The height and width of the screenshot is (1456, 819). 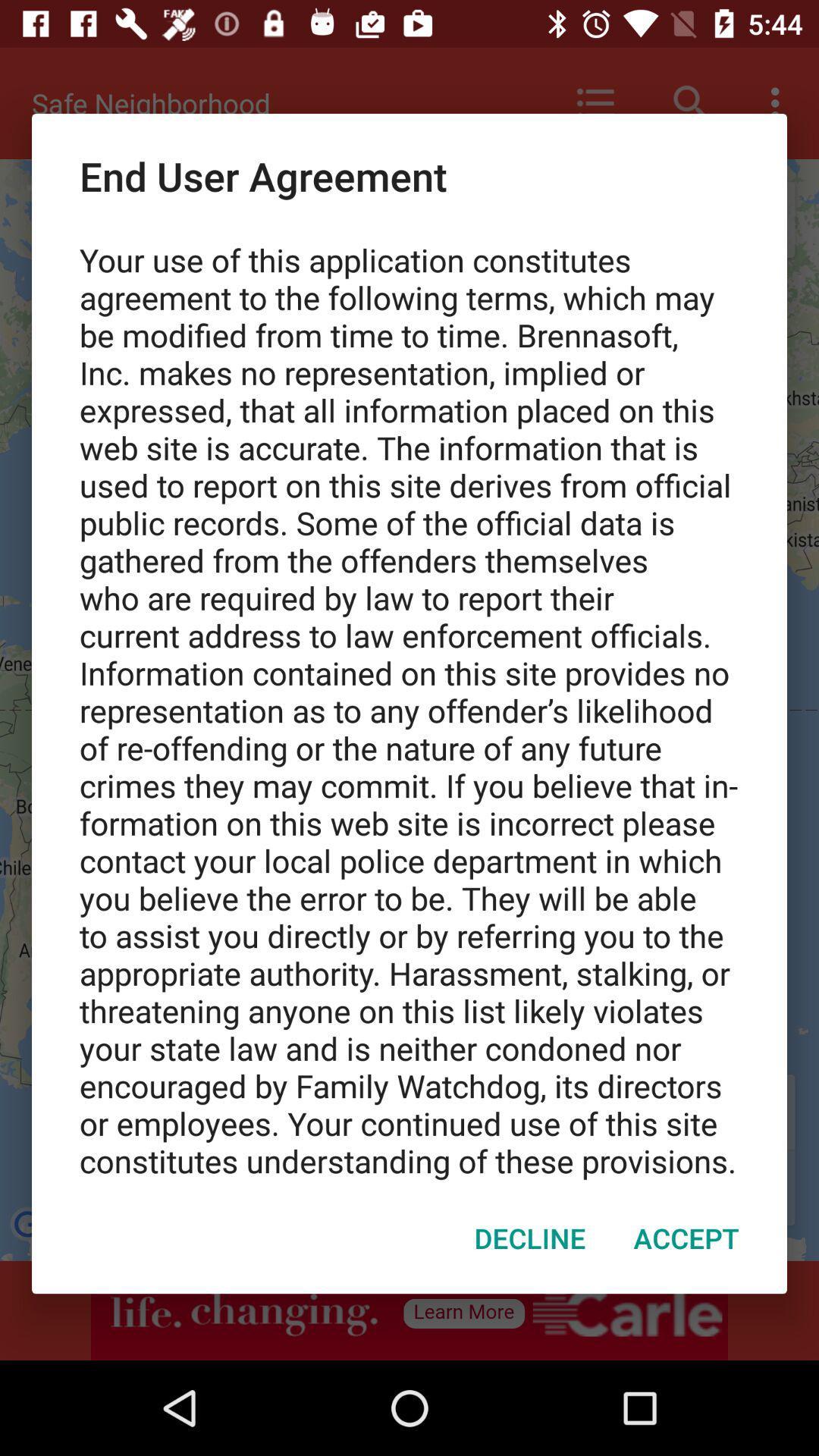 I want to click on the item at the bottom, so click(x=529, y=1238).